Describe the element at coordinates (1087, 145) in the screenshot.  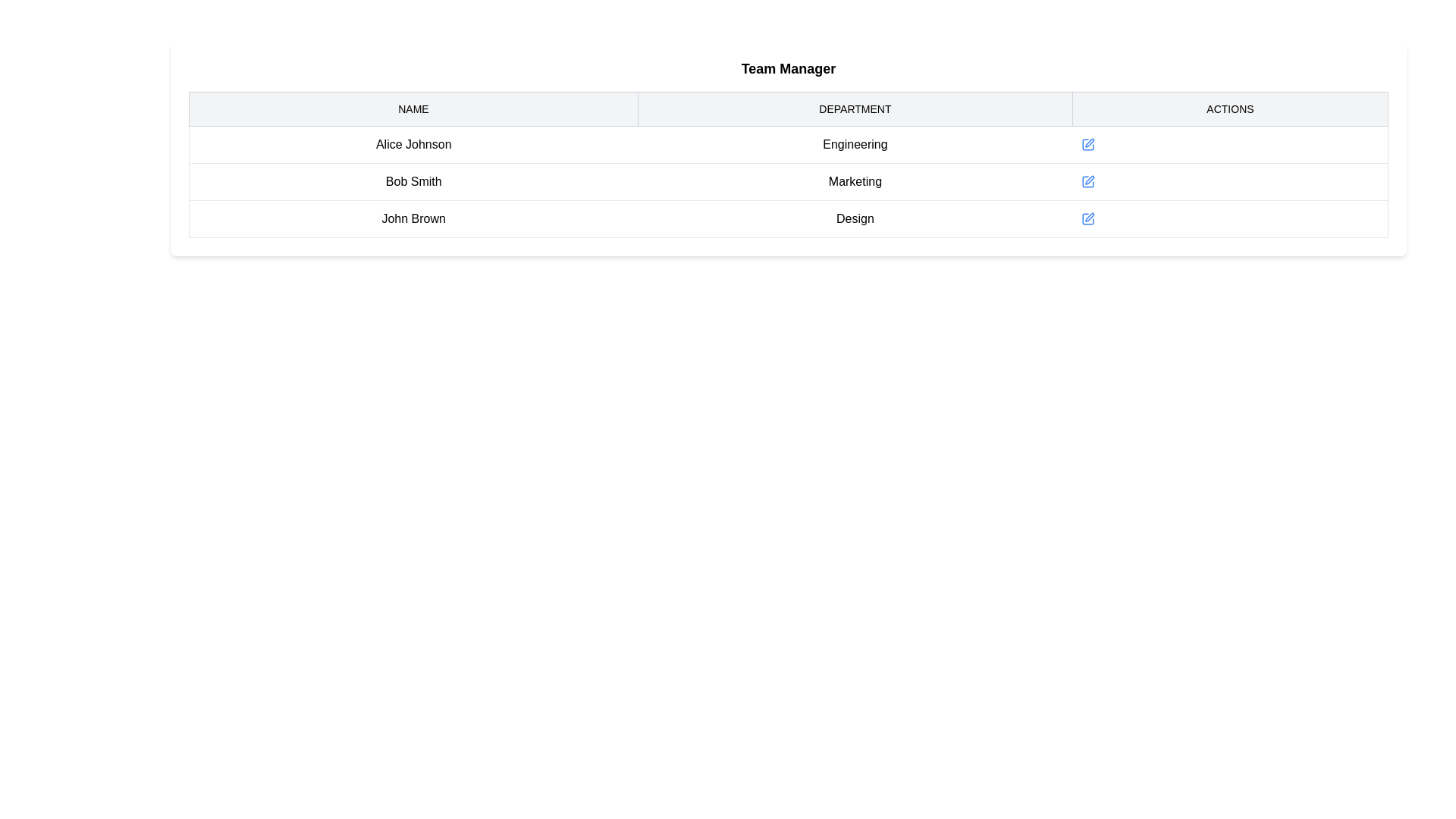
I see `the edit icon button in the 'Actions' column of the first row for the entry 'Alice Johnson'` at that location.